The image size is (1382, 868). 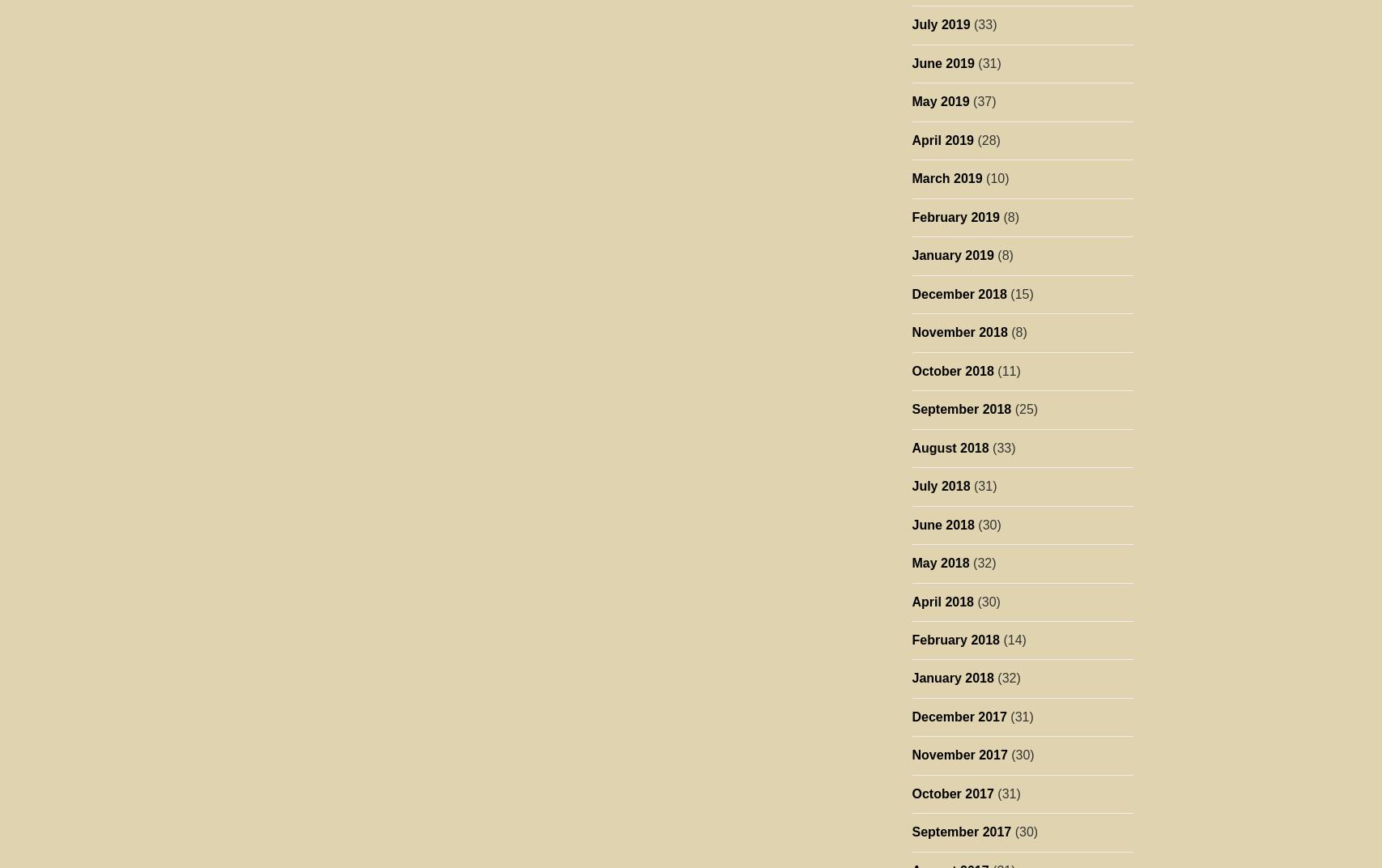 I want to click on 'September 2017', so click(x=910, y=832).